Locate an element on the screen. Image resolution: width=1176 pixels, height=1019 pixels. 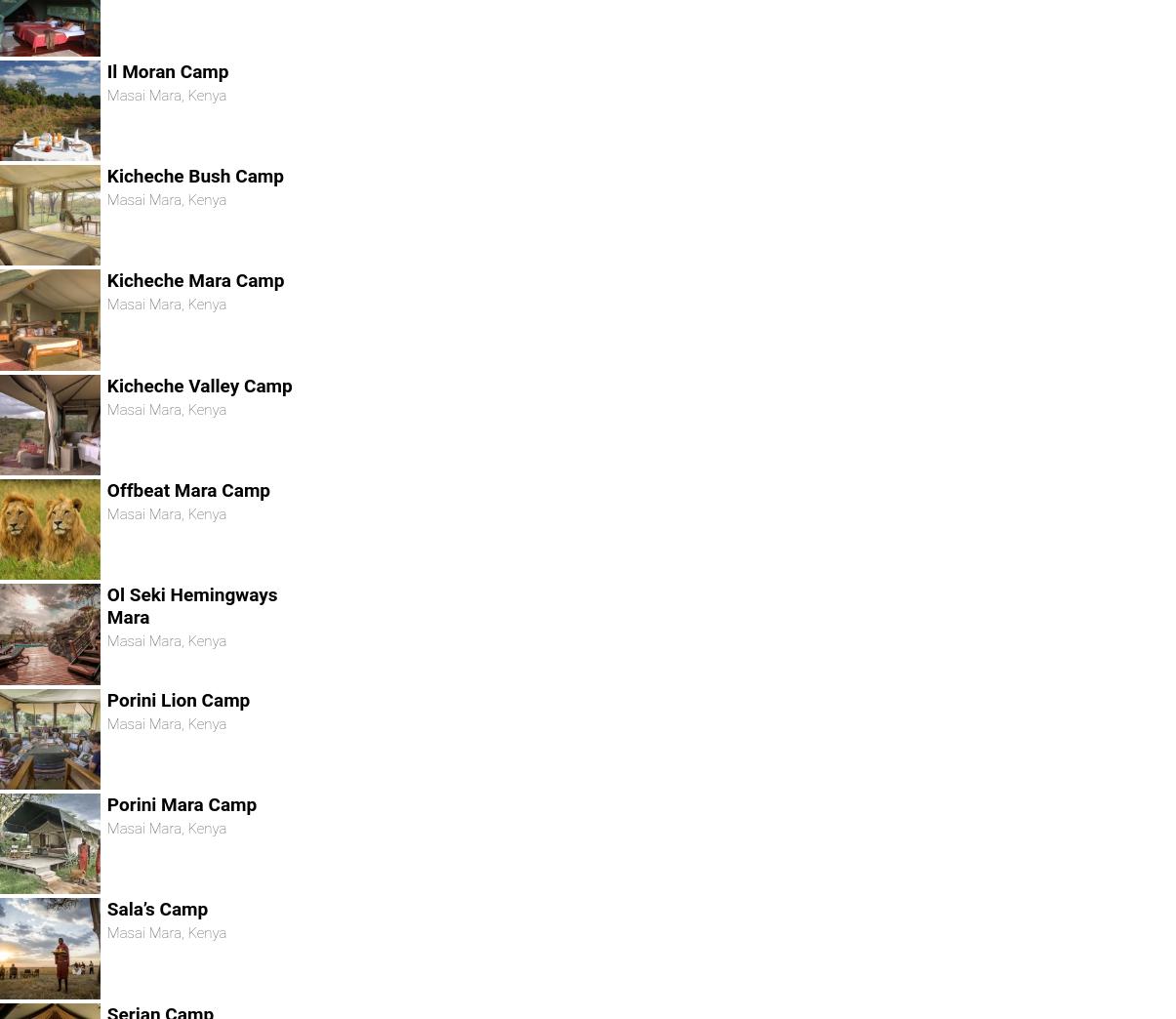
'Ol Seki Hemingways Mara' is located at coordinates (190, 605).